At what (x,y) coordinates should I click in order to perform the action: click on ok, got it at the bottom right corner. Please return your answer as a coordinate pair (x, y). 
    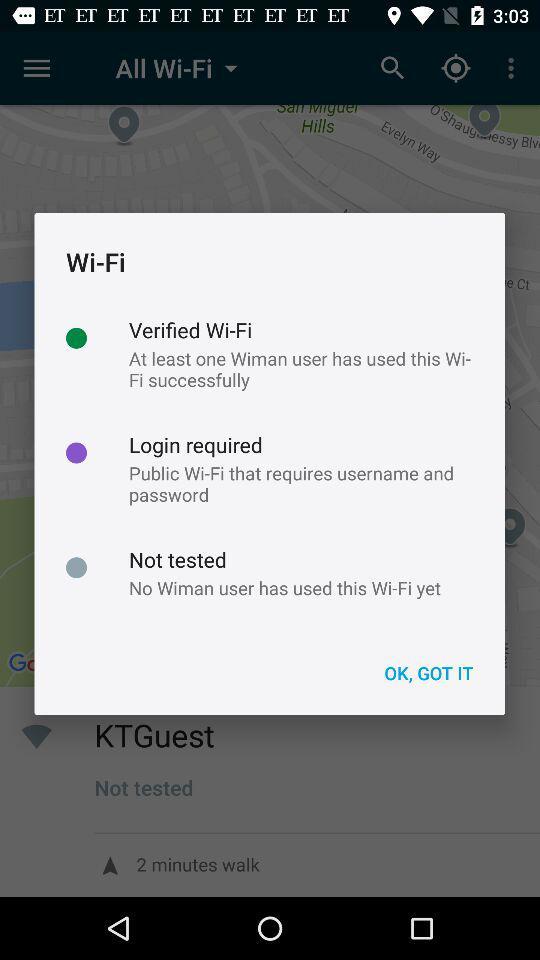
    Looking at the image, I should click on (427, 673).